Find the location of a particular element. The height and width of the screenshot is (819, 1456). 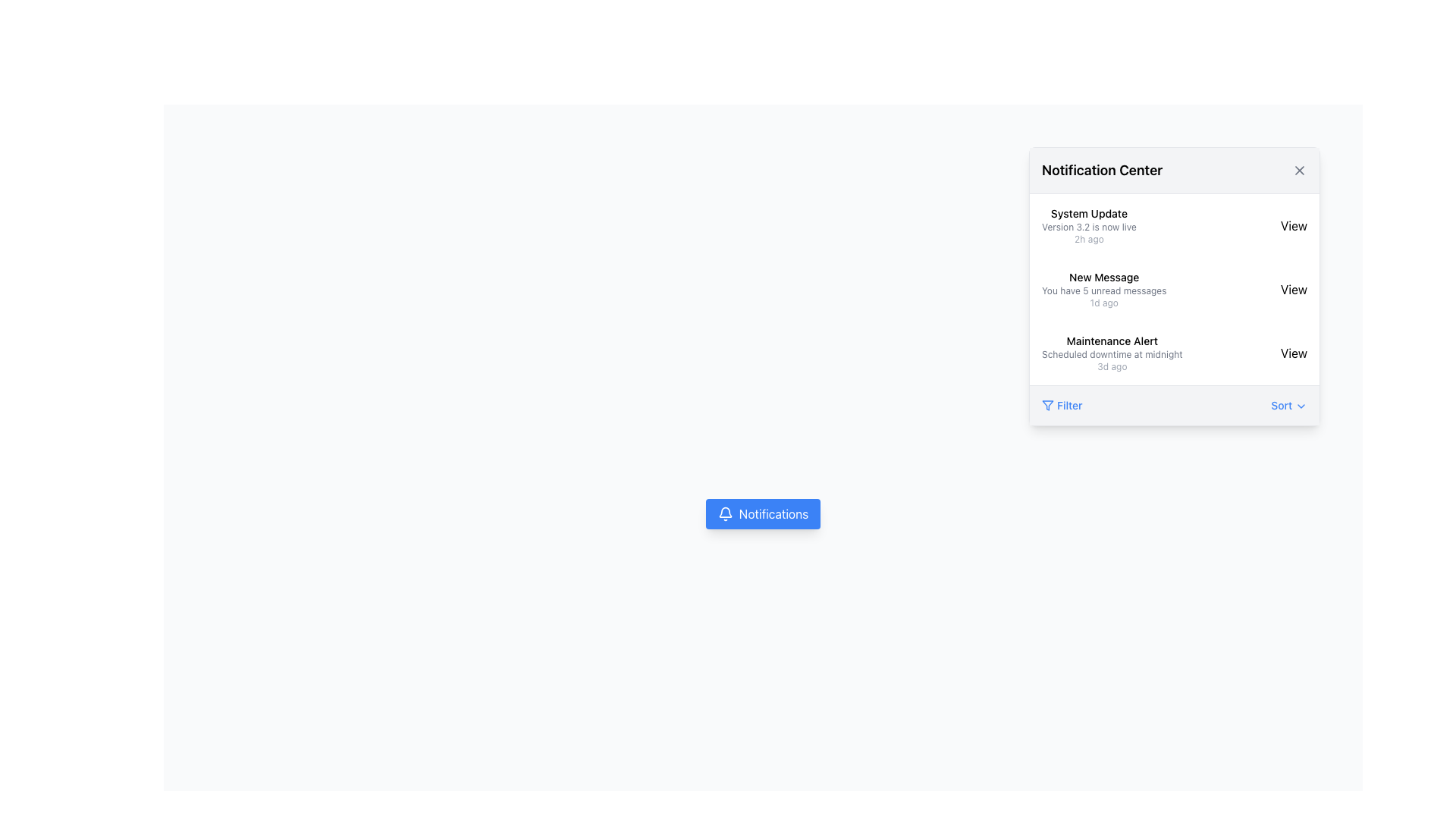

the third notification entry in the 'Notification Center' panel, which indicates a maintenance alert about scheduled downtime is located at coordinates (1174, 353).